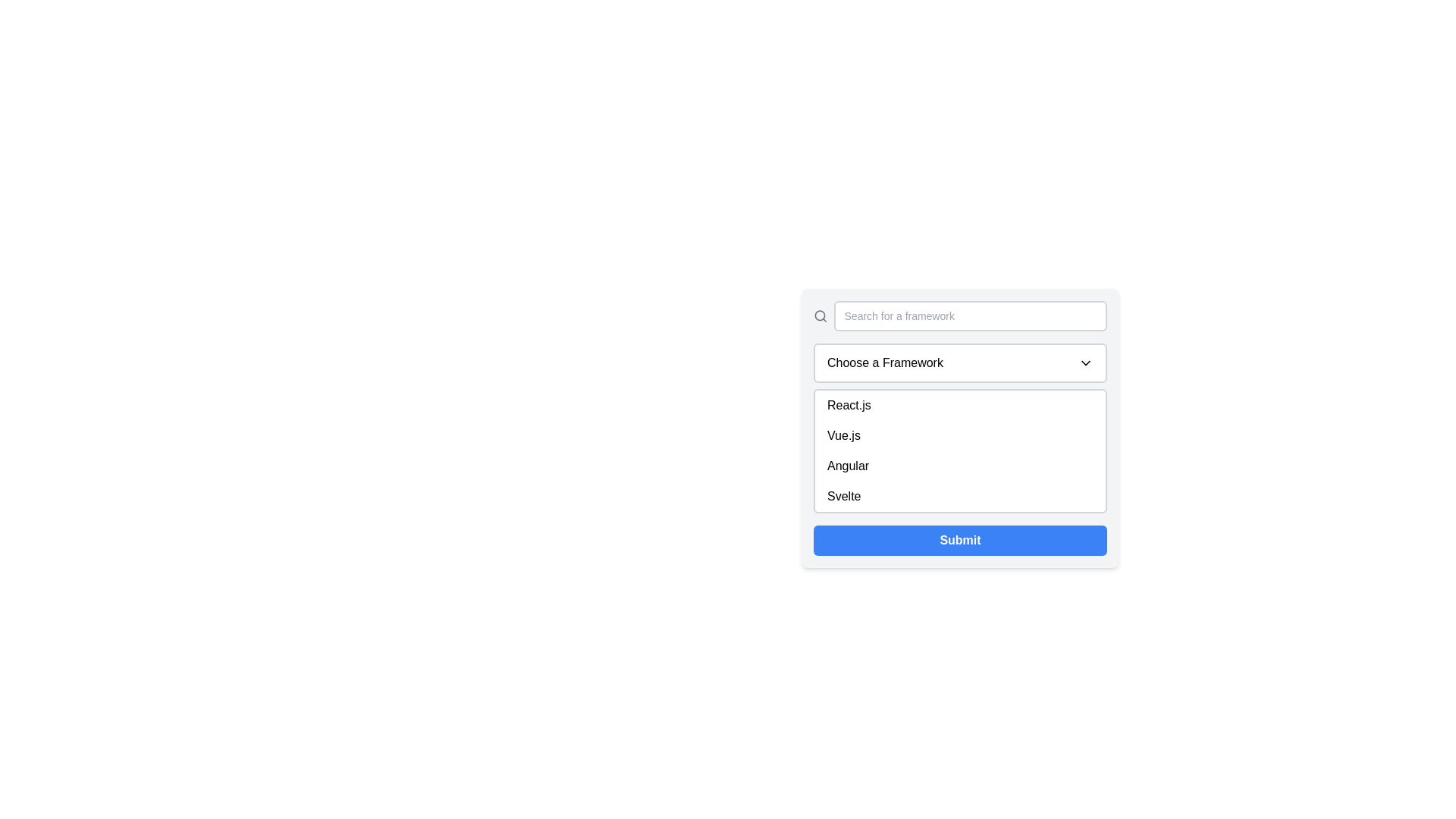 The height and width of the screenshot is (819, 1456). I want to click on the 'React.js' dropdown list item, which is the first option in the dropdown menu appearing below the 'Choose a Framework' button, so click(848, 405).